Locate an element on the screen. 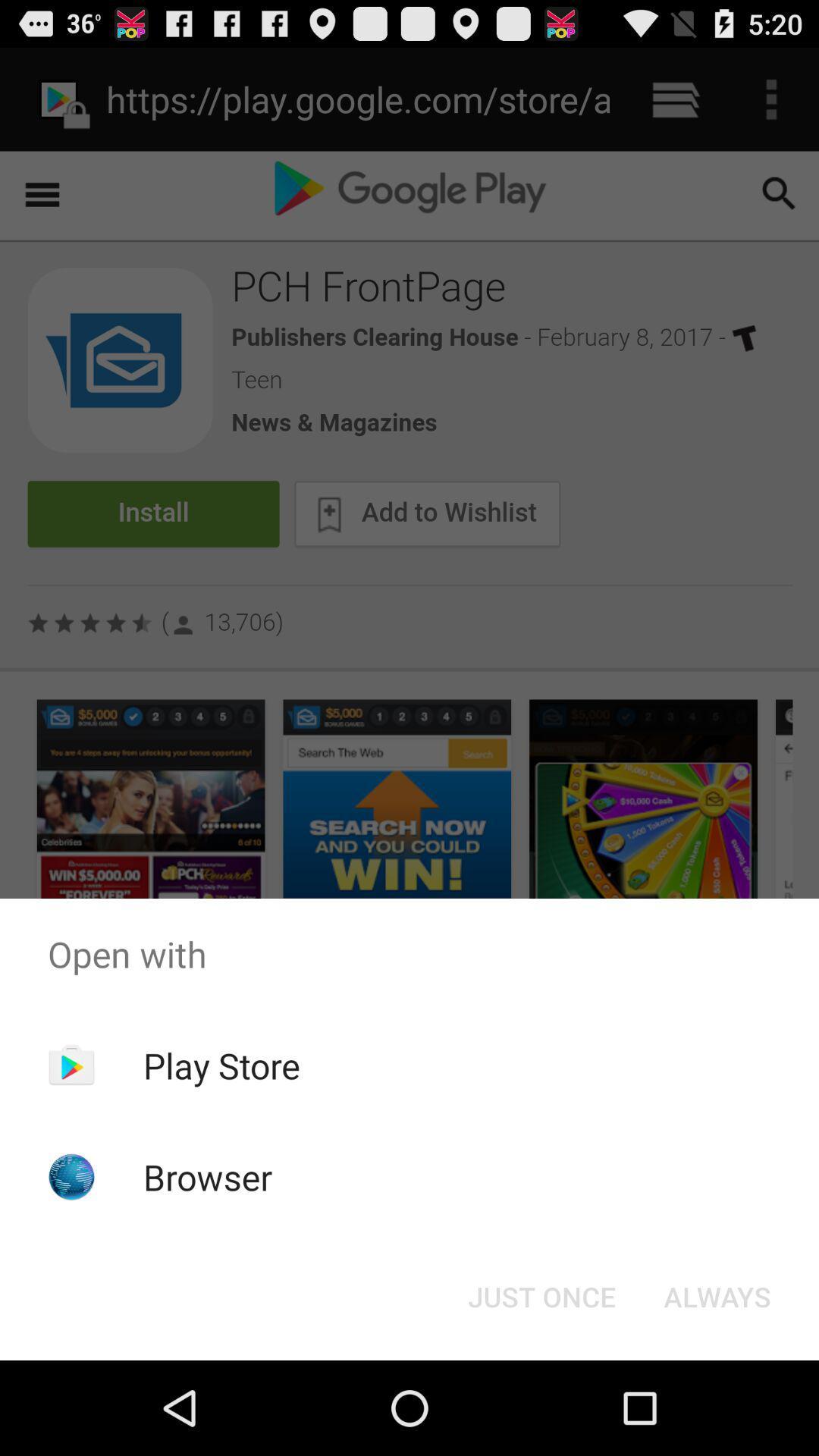 The image size is (819, 1456). the just once is located at coordinates (541, 1295).